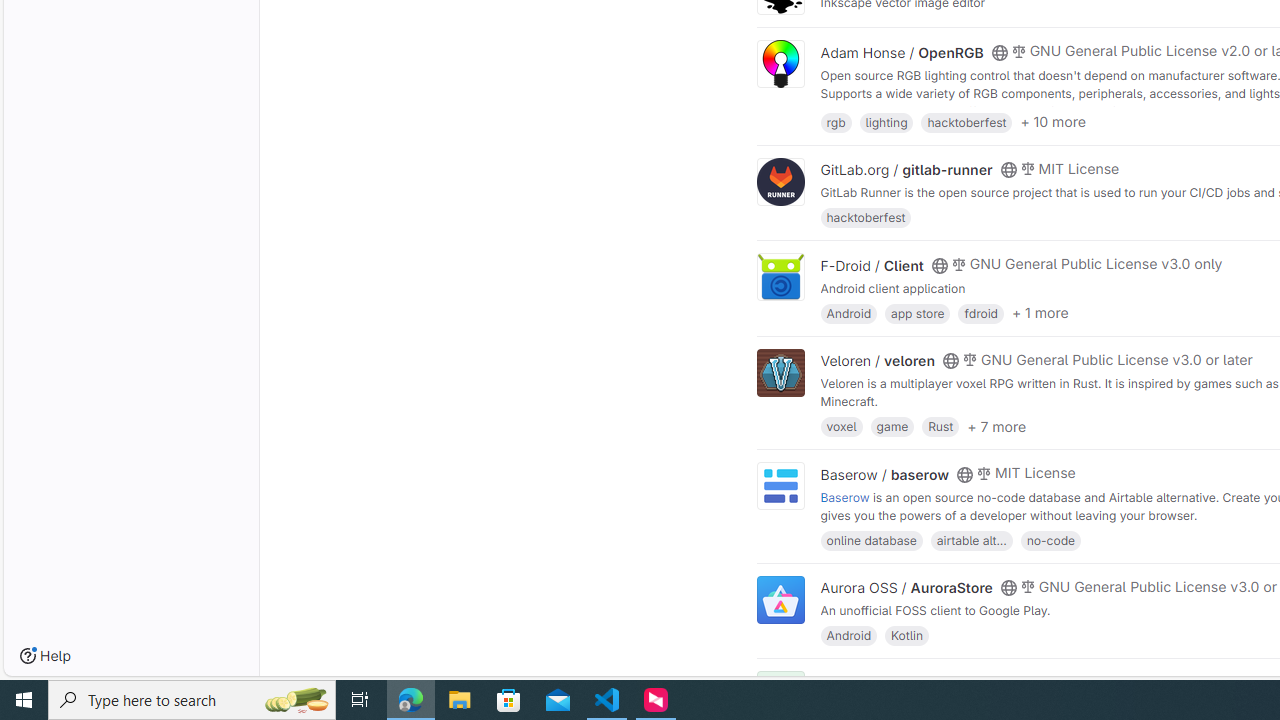  I want to click on 'Aurora OSS / AuroraStore', so click(905, 586).